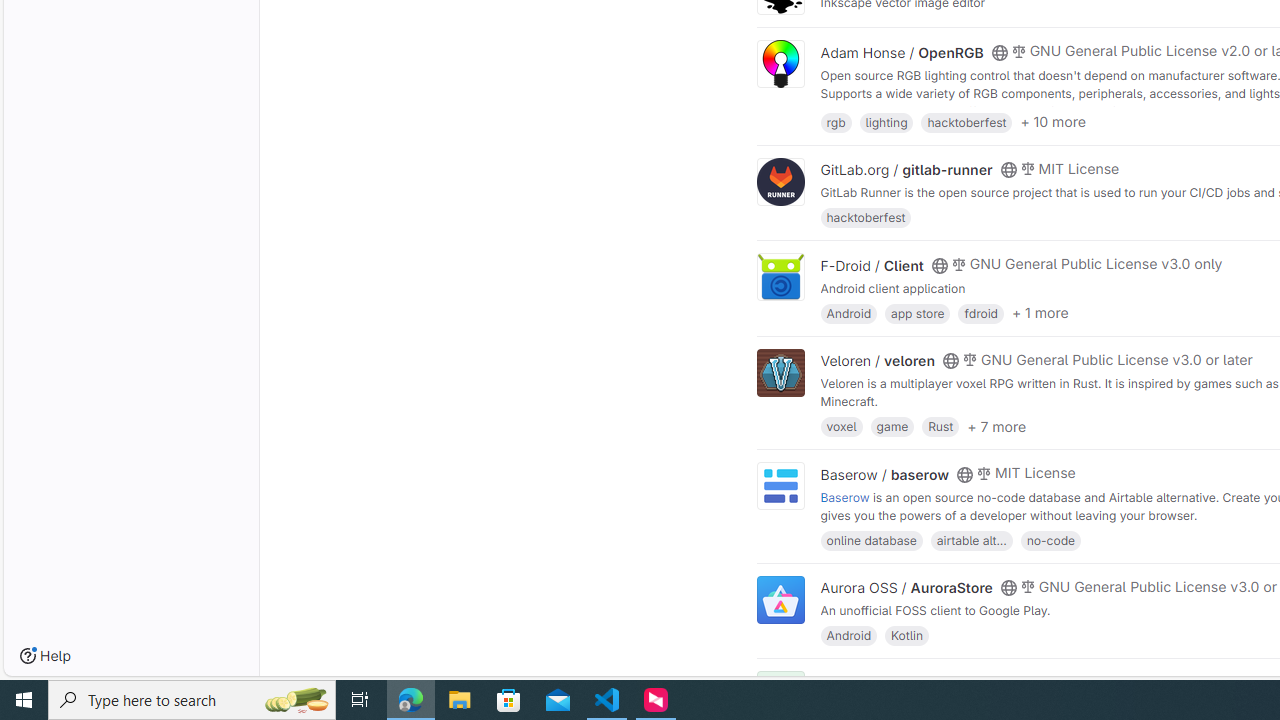  I want to click on 'Aurora OSS / AuroraStore', so click(905, 586).